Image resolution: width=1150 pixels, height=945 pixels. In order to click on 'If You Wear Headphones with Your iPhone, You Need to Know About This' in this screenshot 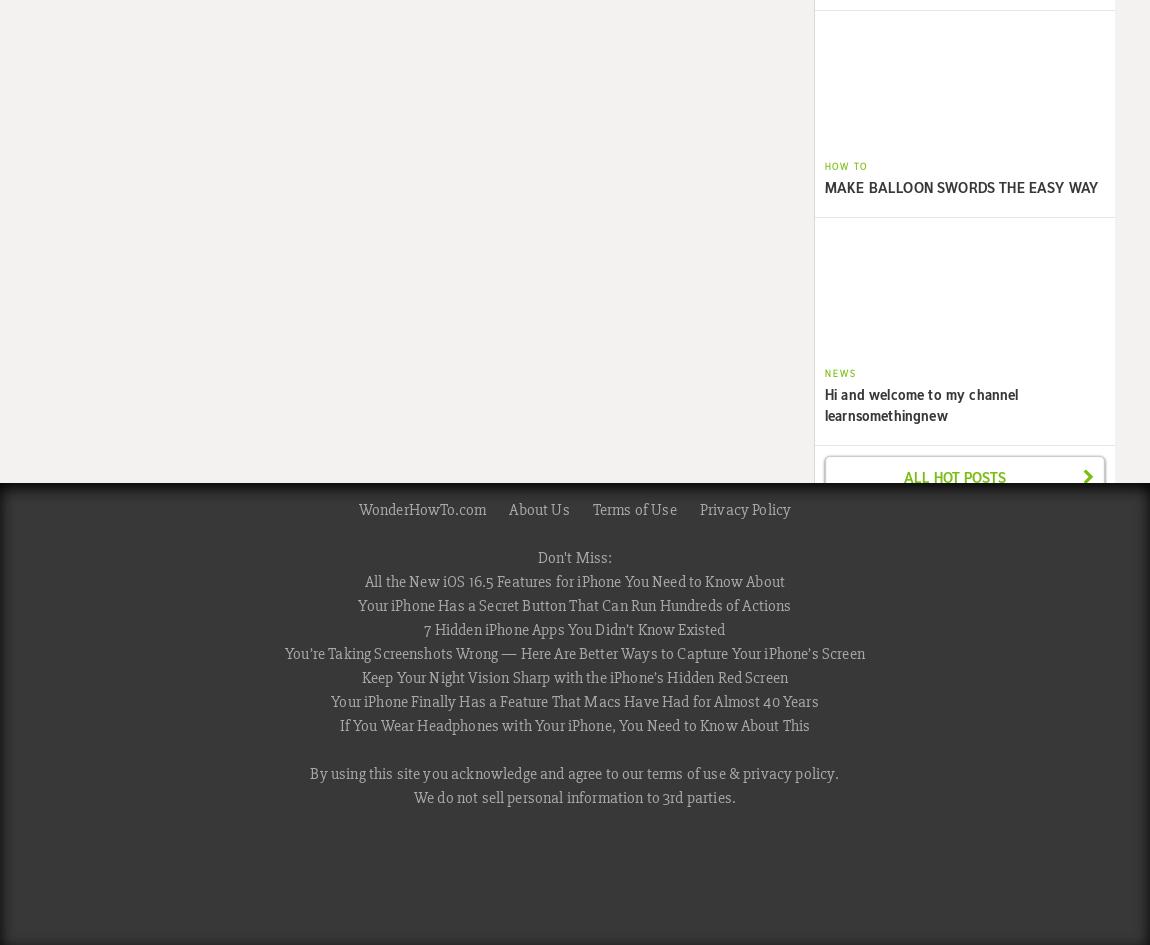, I will do `click(574, 725)`.